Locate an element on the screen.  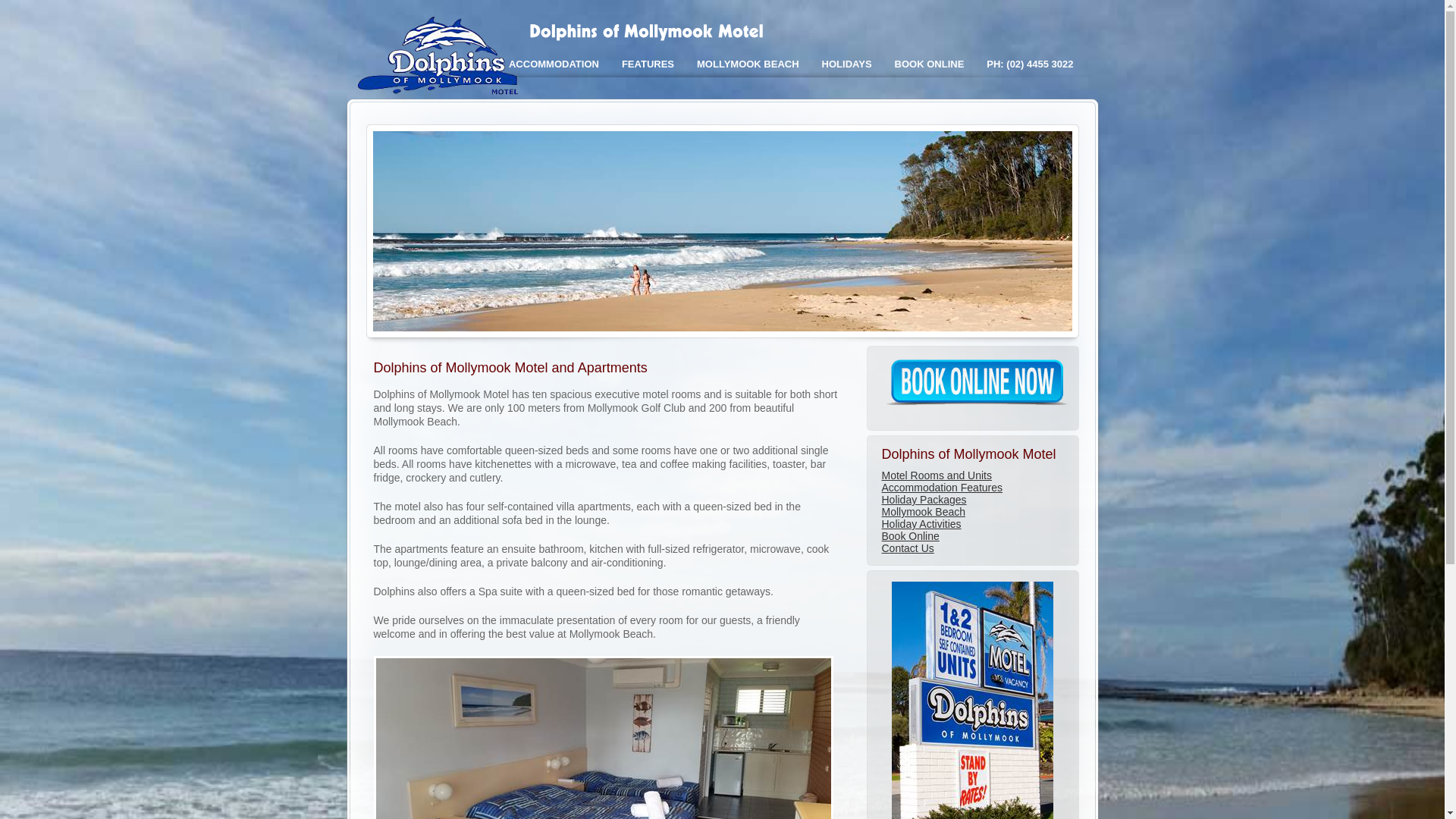
'HOLIDAYS' is located at coordinates (810, 63).